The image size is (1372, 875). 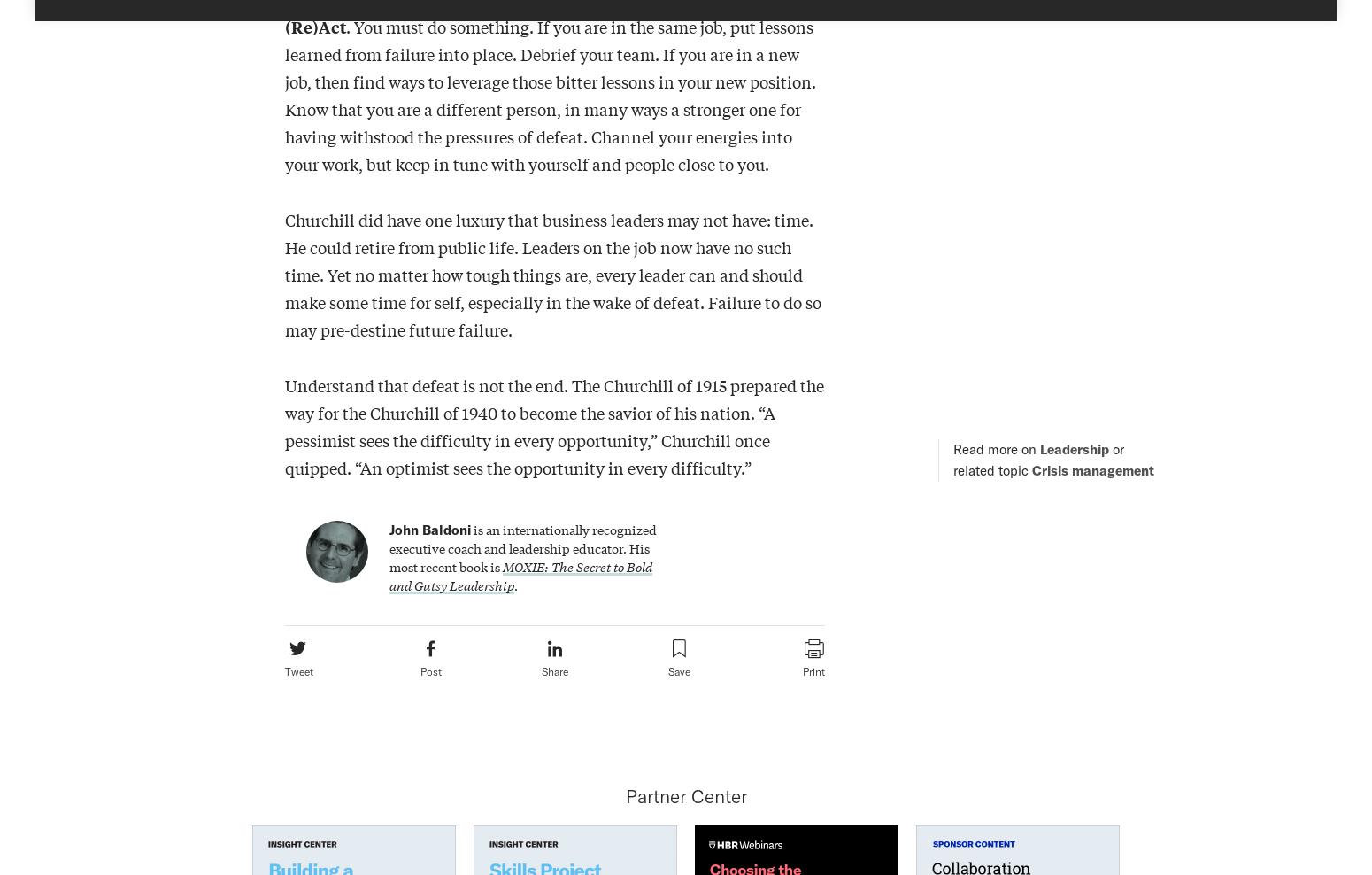 I want to click on 'Churchill did have one luxury that business leaders may not have: time. He could retire from public life. Leaders on the job now have no such time. Yet no matter how tough things are, every leader can and should make some time for self, especially in the wake of defeat. Failure to do so may pre-destine future failure.', so click(x=283, y=275).